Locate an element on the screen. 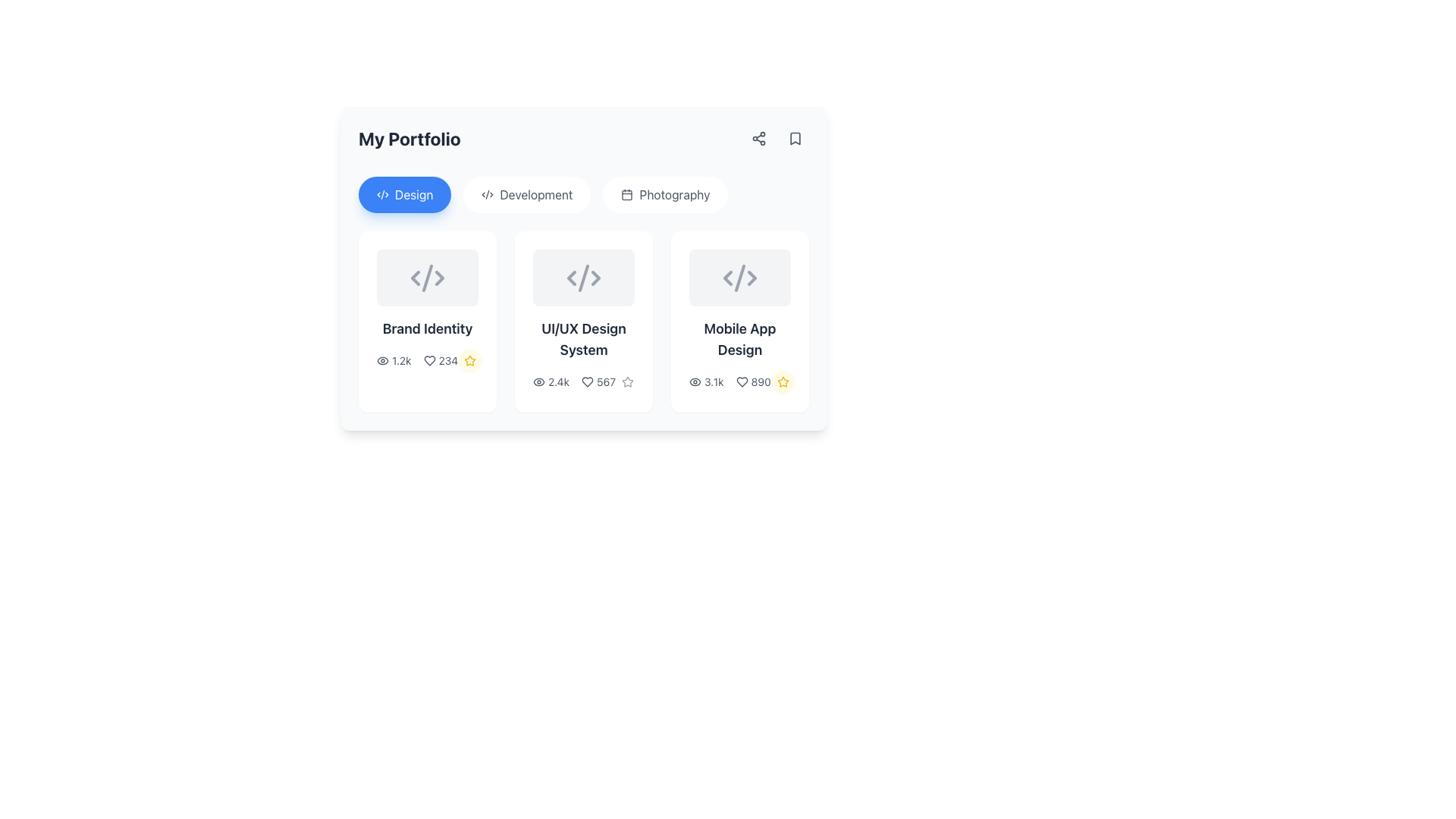 The width and height of the screenshot is (1456, 819). the star icon located at the bottom-right corner of the 'Brand Identity' card in the 'Design' section to mark it as a favorite is located at coordinates (469, 361).